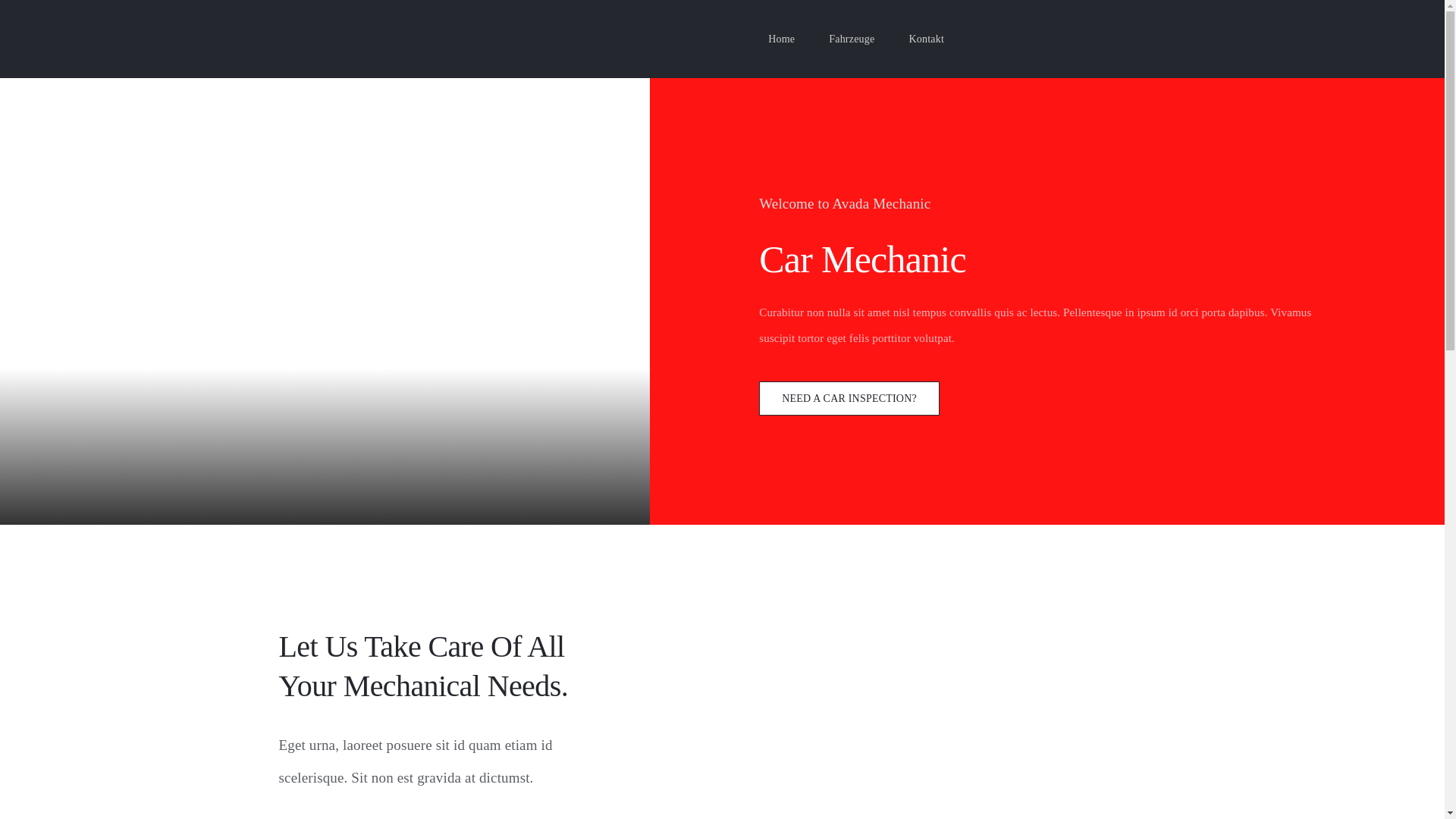 This screenshot has width=1456, height=819. What do you see at coordinates (908, 38) in the screenshot?
I see `'Kontakt'` at bounding box center [908, 38].